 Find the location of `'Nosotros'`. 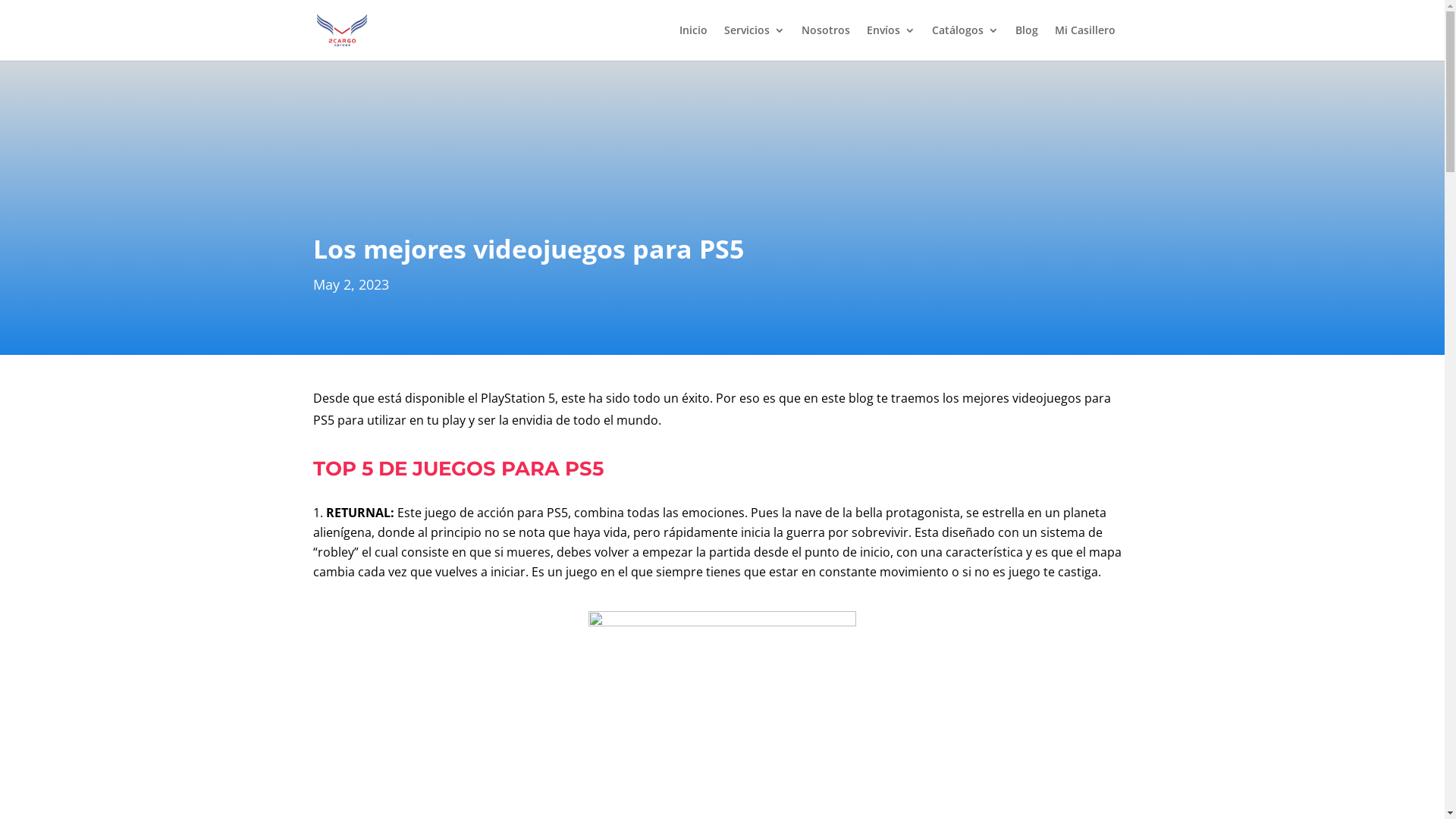

'Nosotros' is located at coordinates (800, 42).